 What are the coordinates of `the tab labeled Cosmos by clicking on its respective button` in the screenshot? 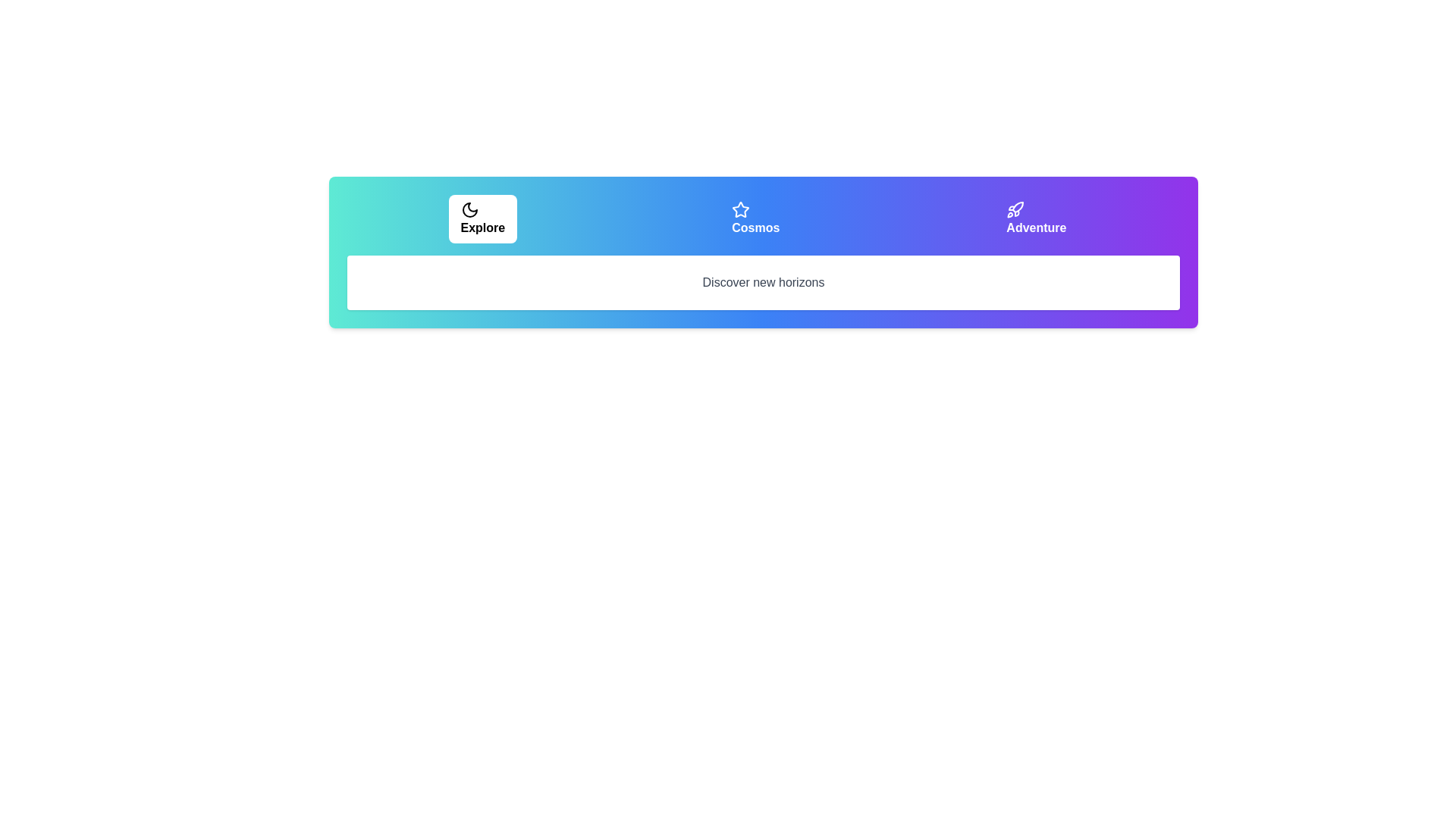 It's located at (755, 219).